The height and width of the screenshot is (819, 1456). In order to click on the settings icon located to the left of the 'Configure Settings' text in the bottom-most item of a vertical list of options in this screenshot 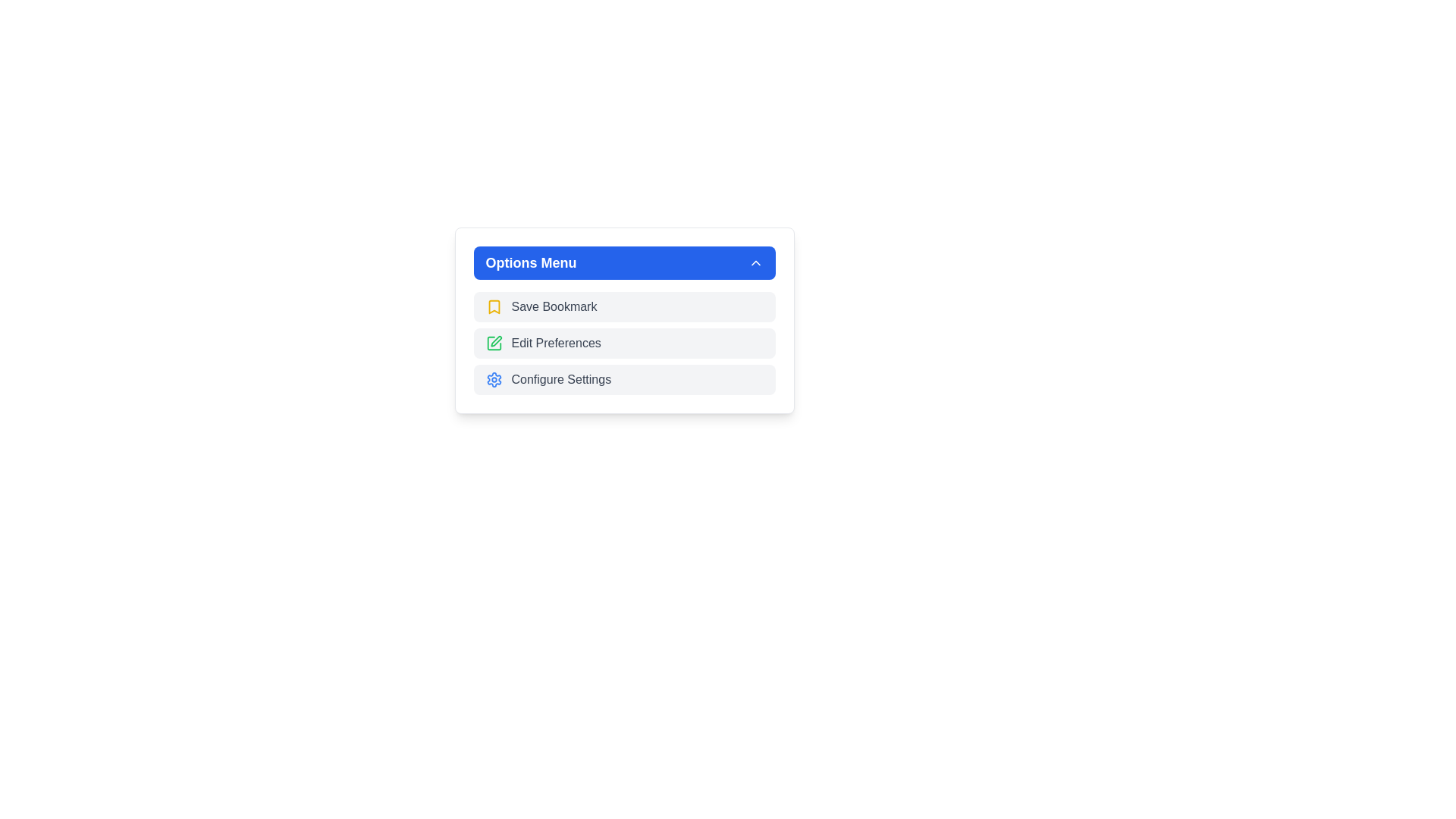, I will do `click(494, 379)`.